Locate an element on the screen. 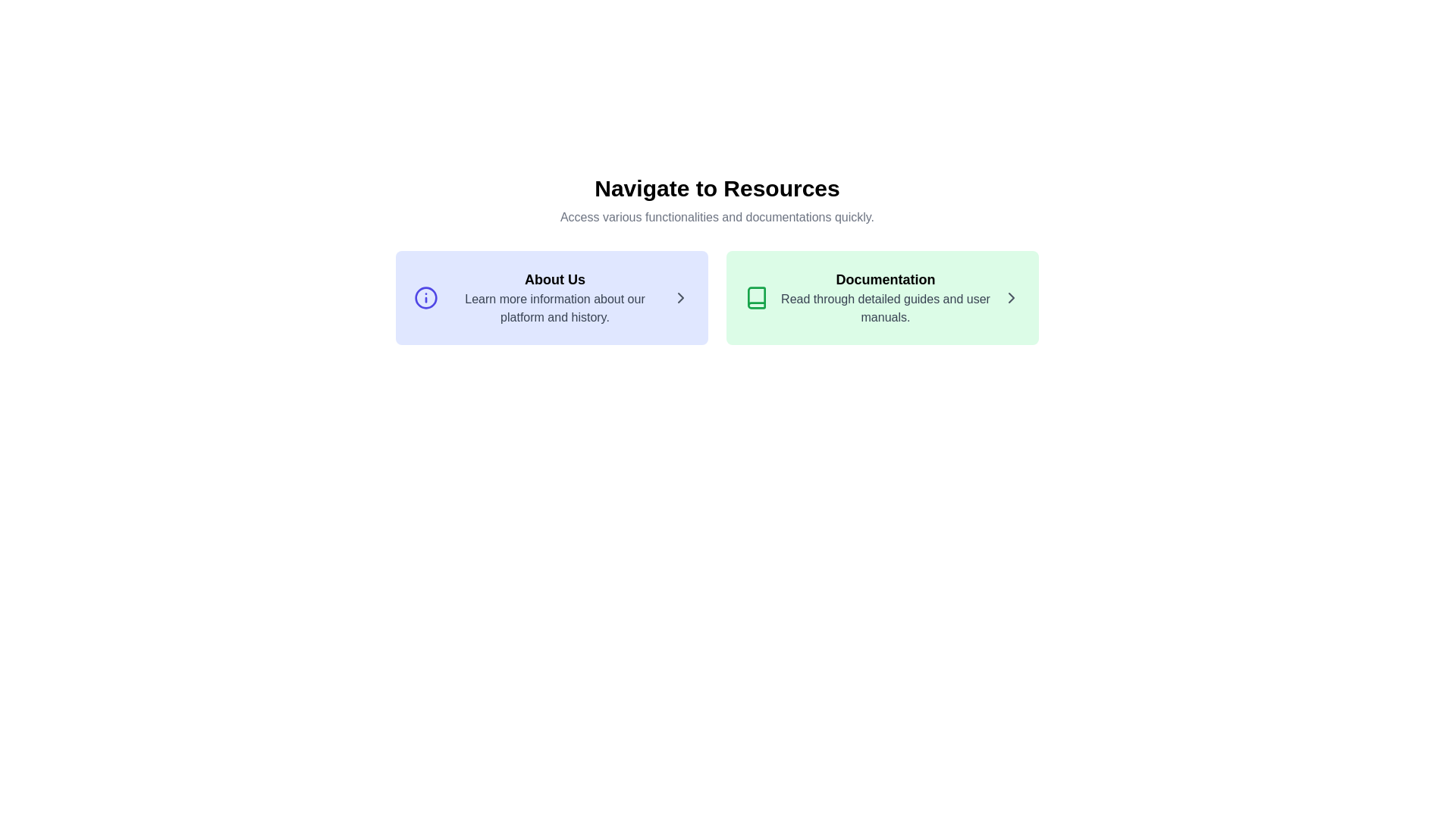  the circular icon with a blue outline and a stylized lowercase 'i' in the center, located to the left of the 'About Us' section is located at coordinates (425, 298).